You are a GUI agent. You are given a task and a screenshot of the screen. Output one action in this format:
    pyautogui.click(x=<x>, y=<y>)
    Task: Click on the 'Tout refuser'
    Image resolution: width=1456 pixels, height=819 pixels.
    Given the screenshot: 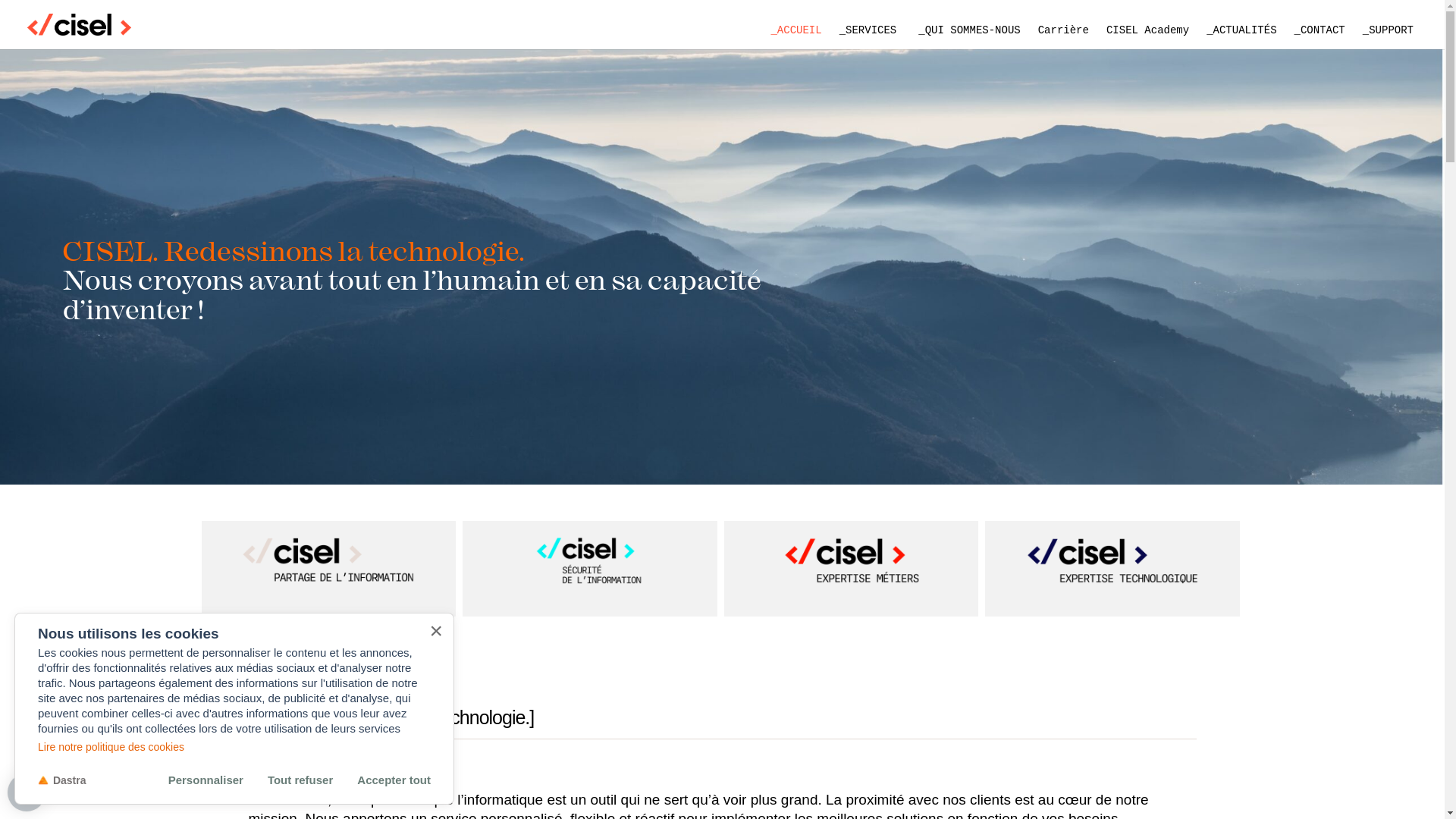 What is the action you would take?
    pyautogui.click(x=300, y=779)
    